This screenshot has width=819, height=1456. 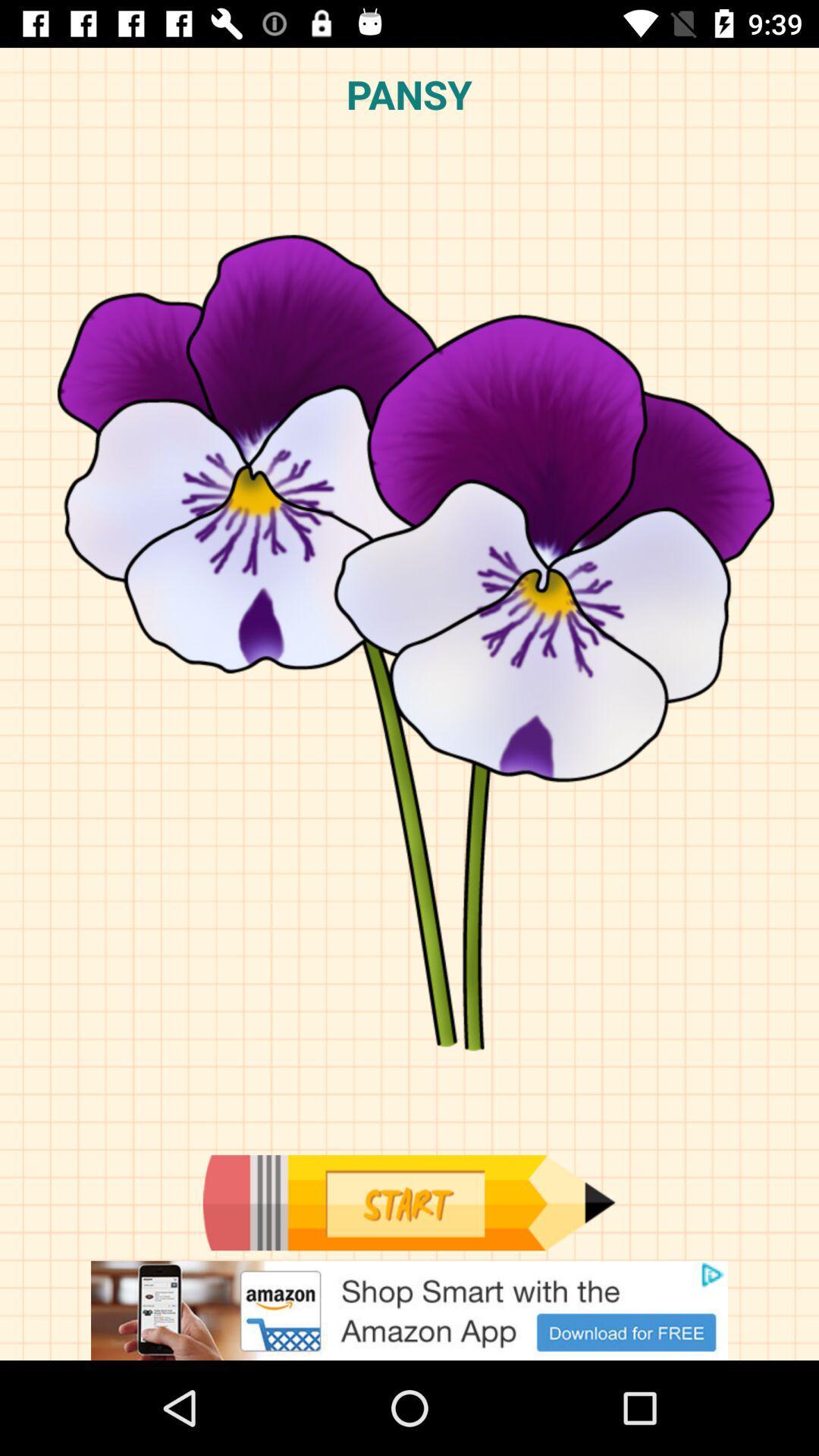 I want to click on start the event, so click(x=408, y=1202).